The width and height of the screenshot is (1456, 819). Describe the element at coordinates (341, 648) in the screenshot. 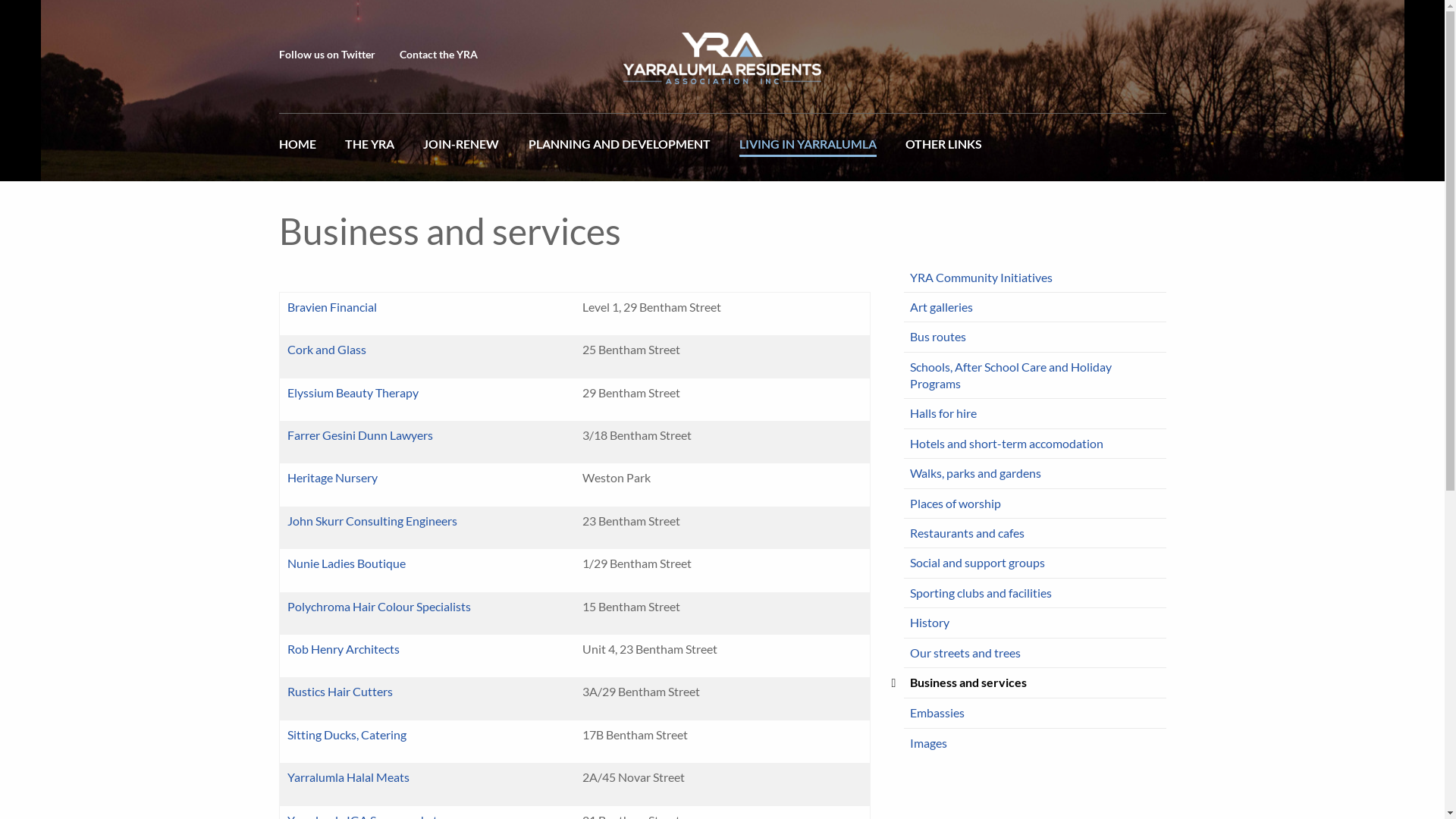

I see `'Rob Henry Architects'` at that location.